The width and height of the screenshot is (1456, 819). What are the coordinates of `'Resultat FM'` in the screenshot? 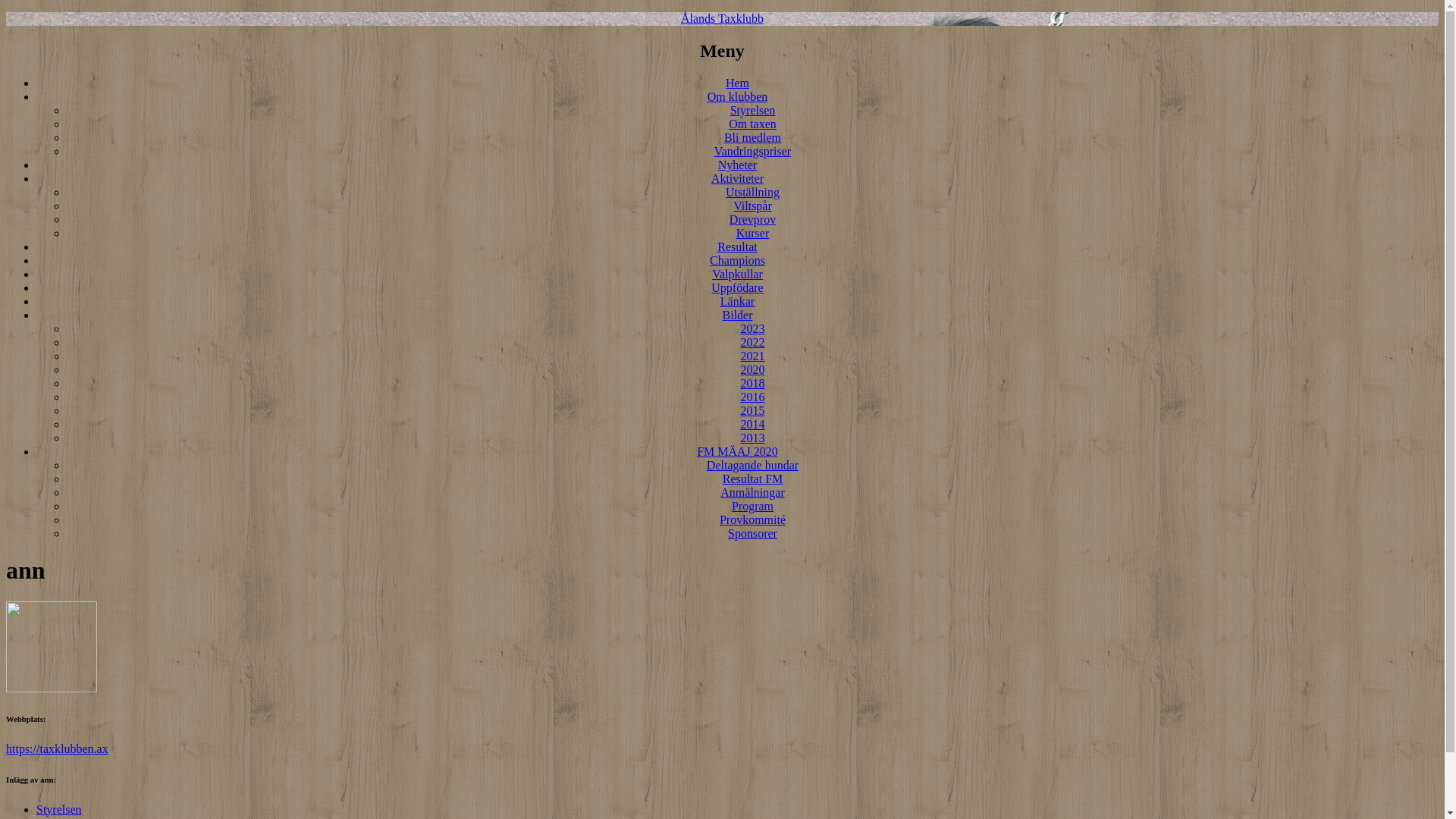 It's located at (753, 479).